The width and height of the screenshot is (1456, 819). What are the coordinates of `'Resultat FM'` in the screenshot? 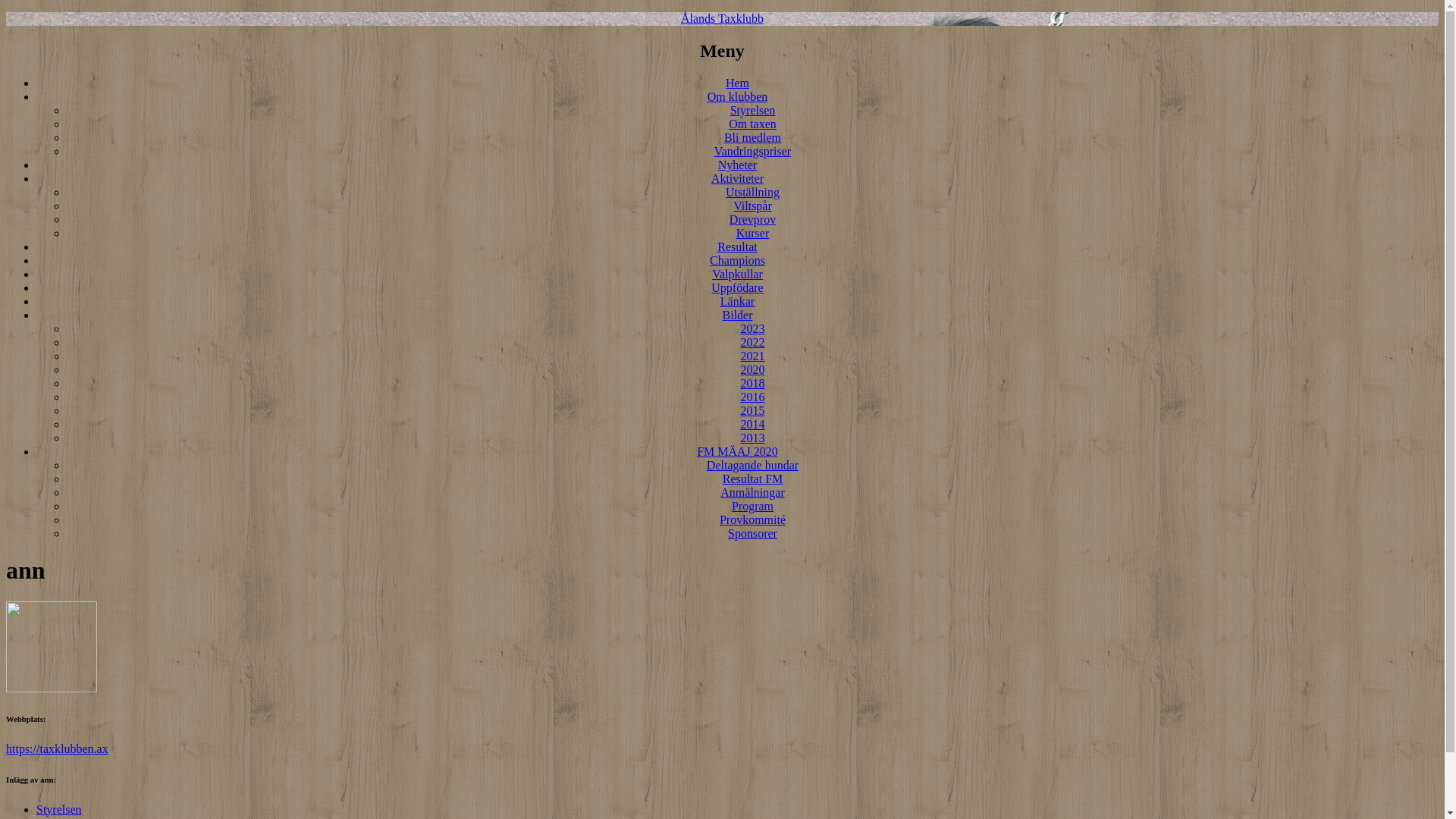 It's located at (753, 479).